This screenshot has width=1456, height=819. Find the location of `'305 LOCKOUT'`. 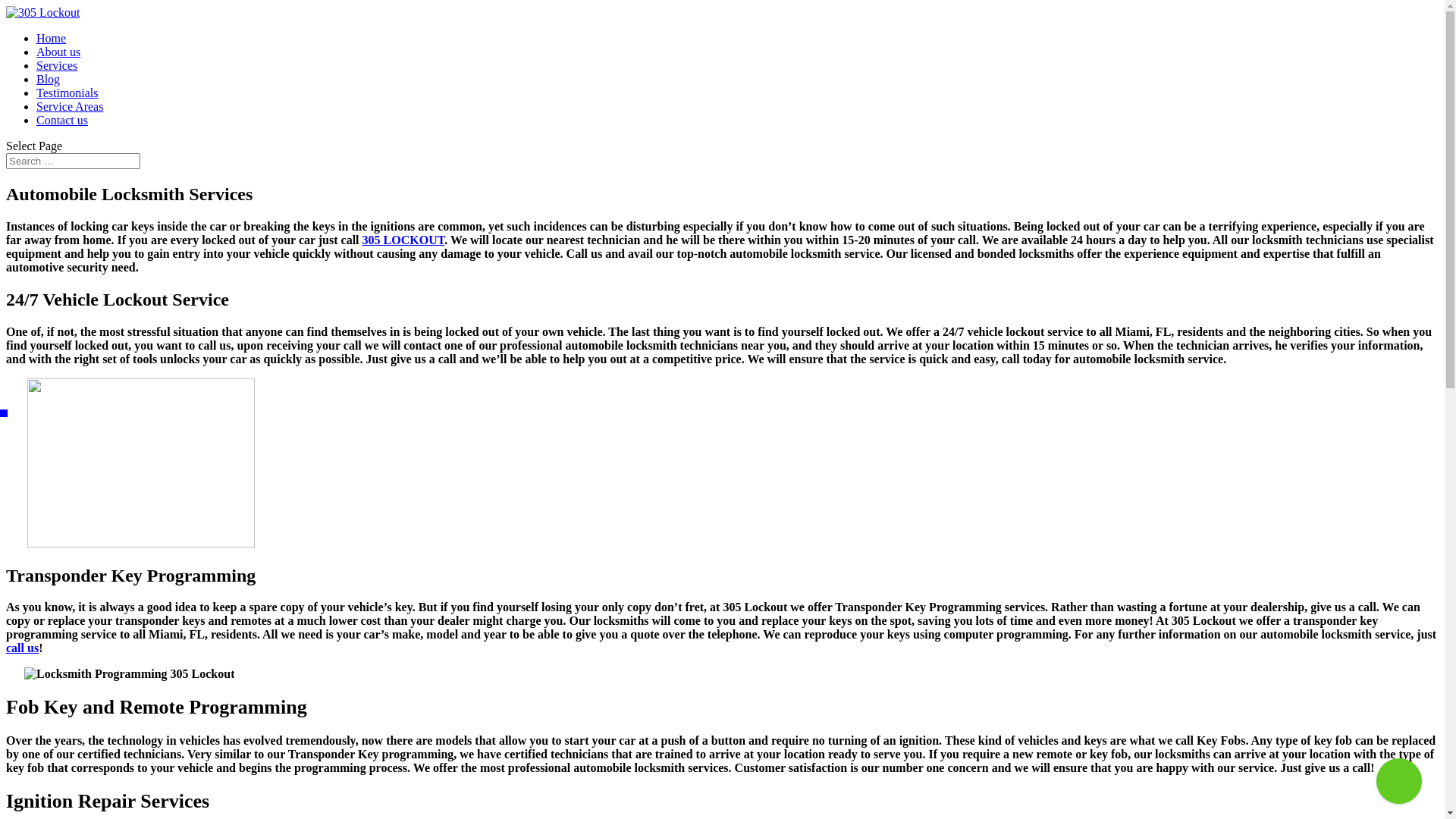

'305 LOCKOUT' is located at coordinates (403, 239).